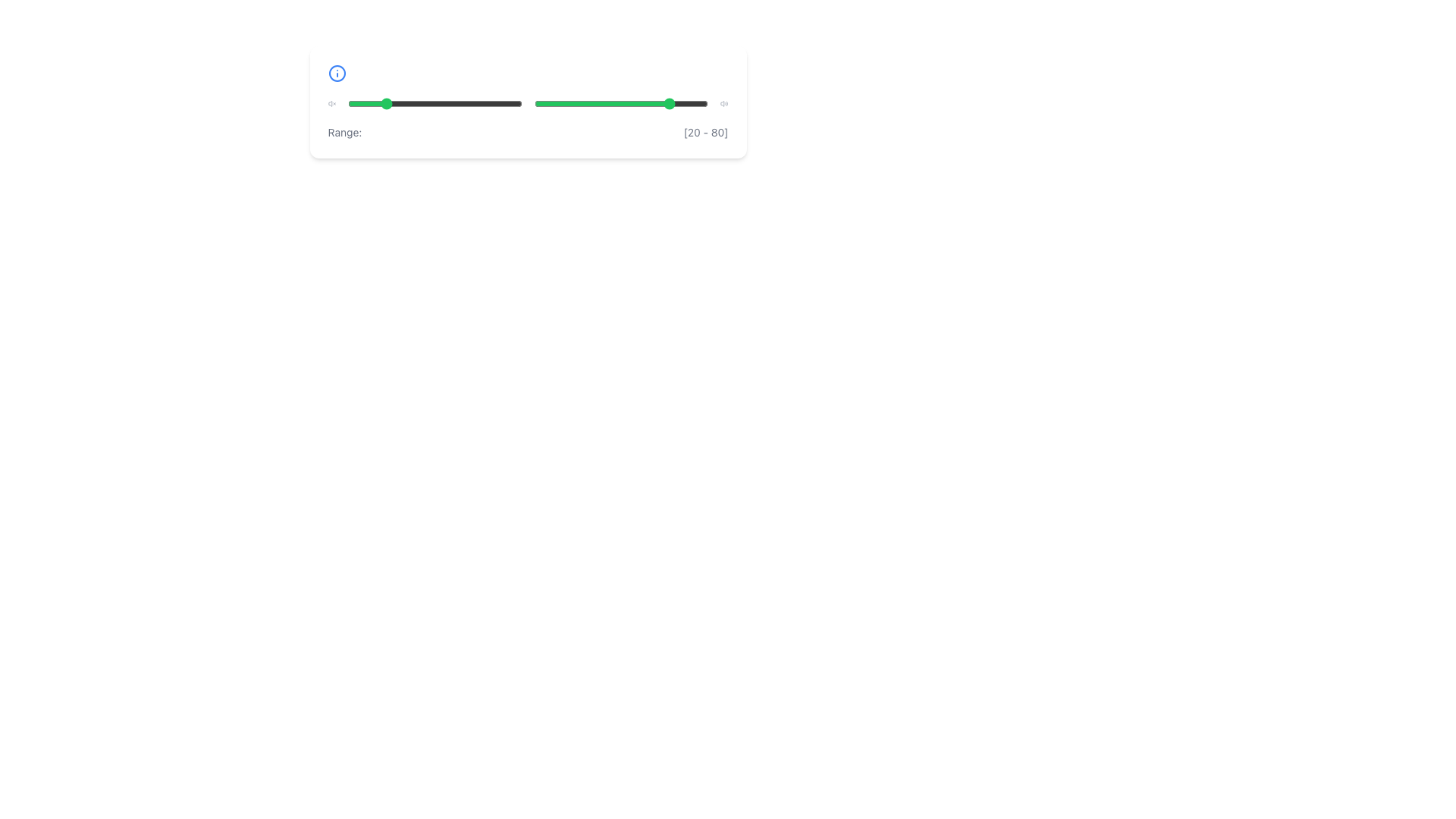 This screenshot has width=1456, height=819. I want to click on the slider value, so click(588, 103).